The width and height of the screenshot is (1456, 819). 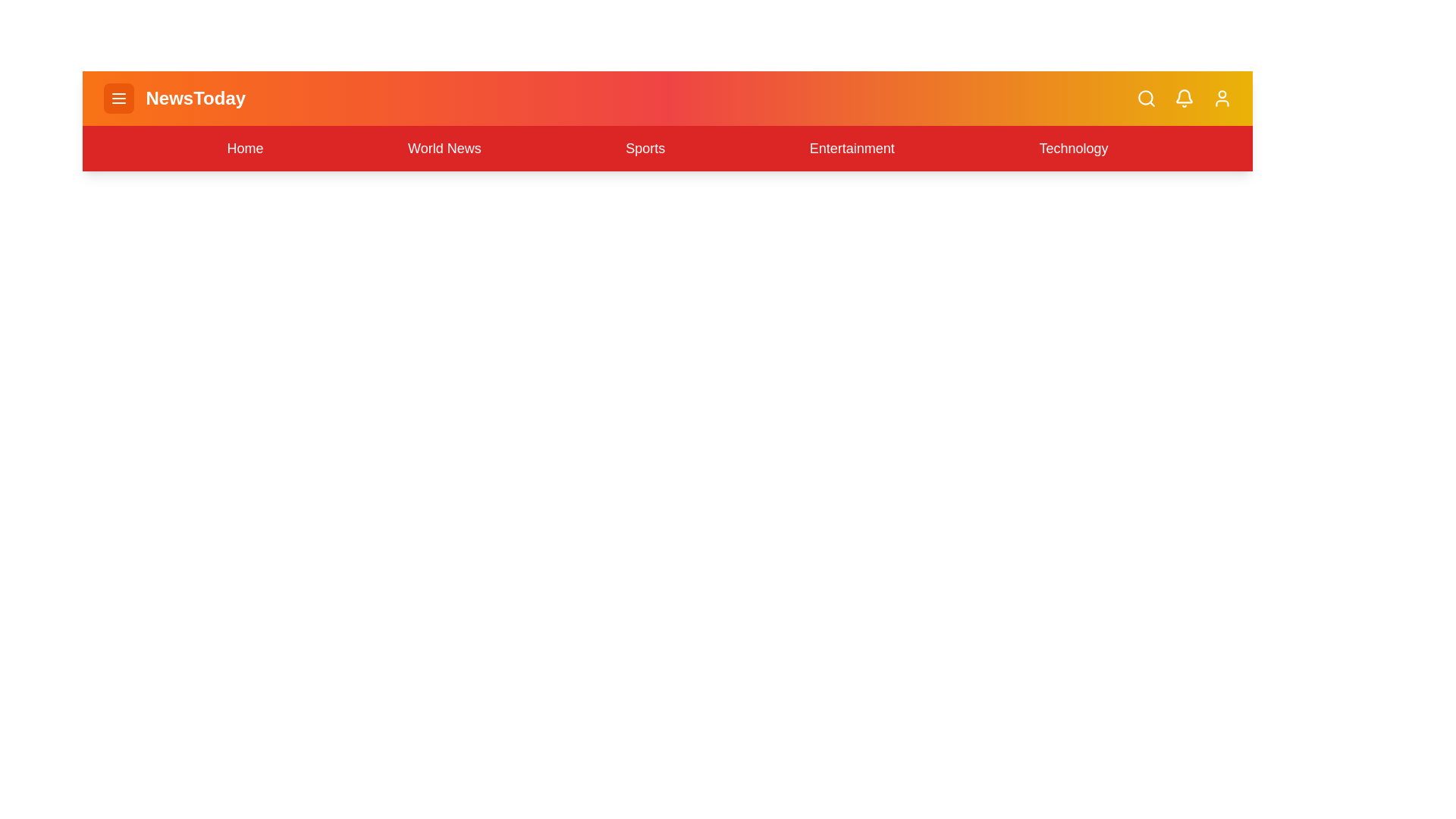 What do you see at coordinates (1146, 99) in the screenshot?
I see `the search button` at bounding box center [1146, 99].